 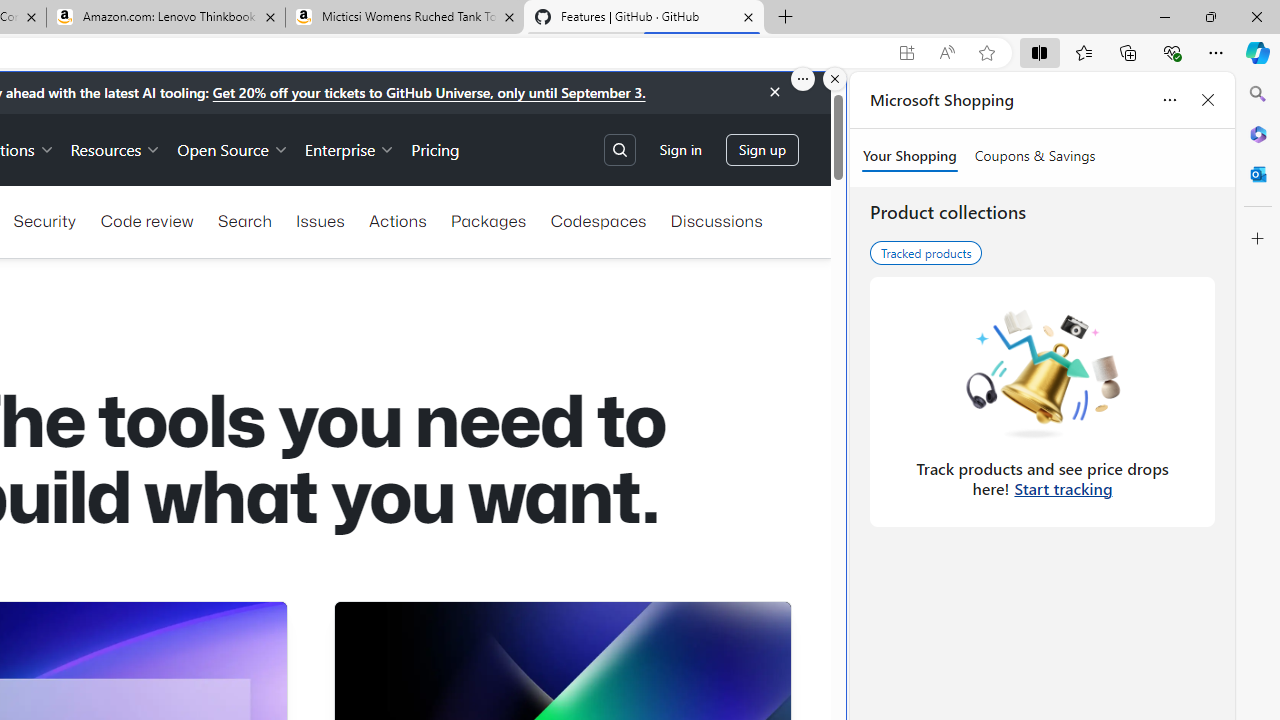 What do you see at coordinates (434, 148) in the screenshot?
I see `'Pricing'` at bounding box center [434, 148].